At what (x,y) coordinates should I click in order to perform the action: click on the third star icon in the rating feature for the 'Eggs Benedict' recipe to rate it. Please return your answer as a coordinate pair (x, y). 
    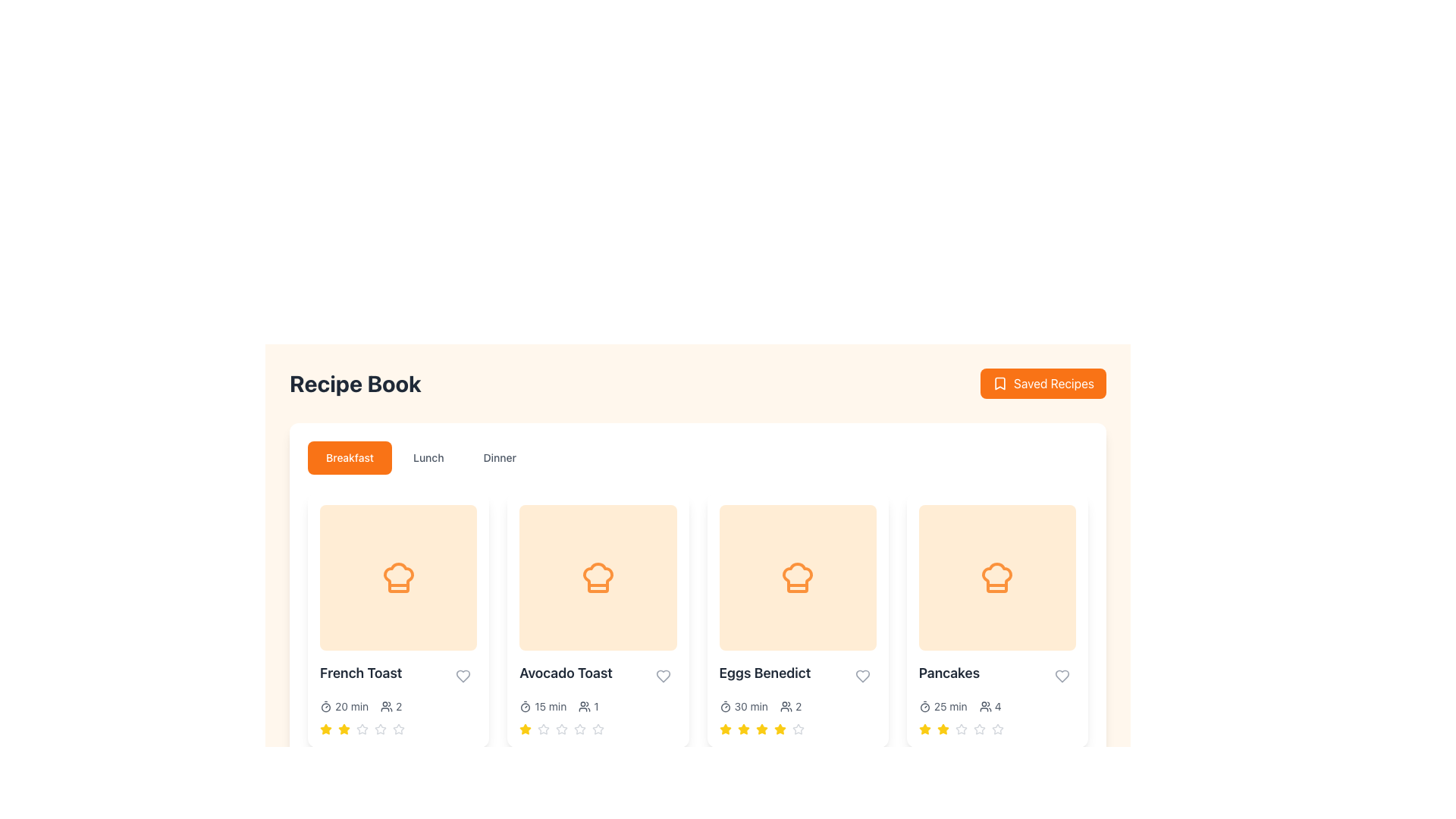
    Looking at the image, I should click on (761, 728).